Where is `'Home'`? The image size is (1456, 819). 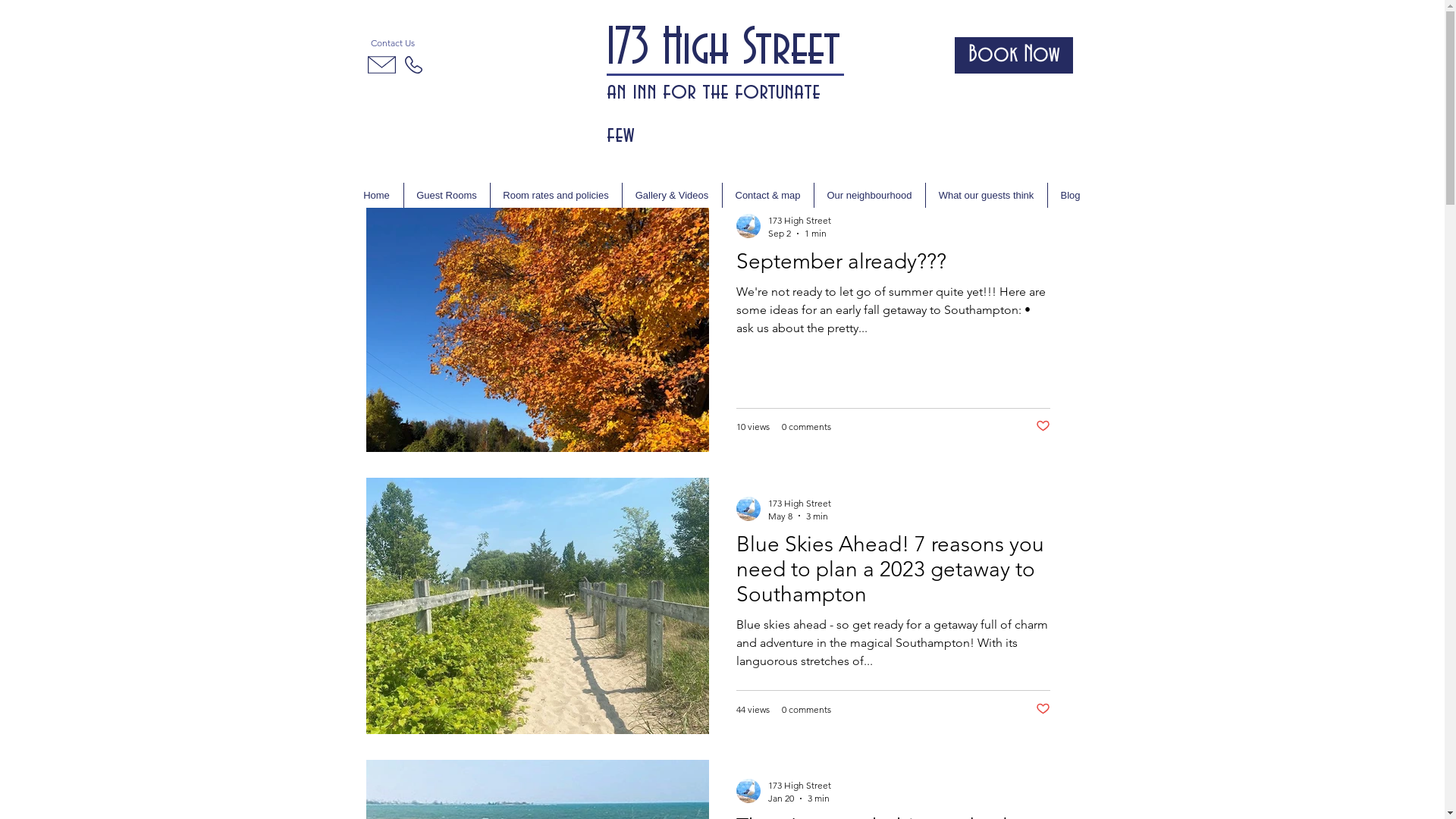 'Home' is located at coordinates (377, 194).